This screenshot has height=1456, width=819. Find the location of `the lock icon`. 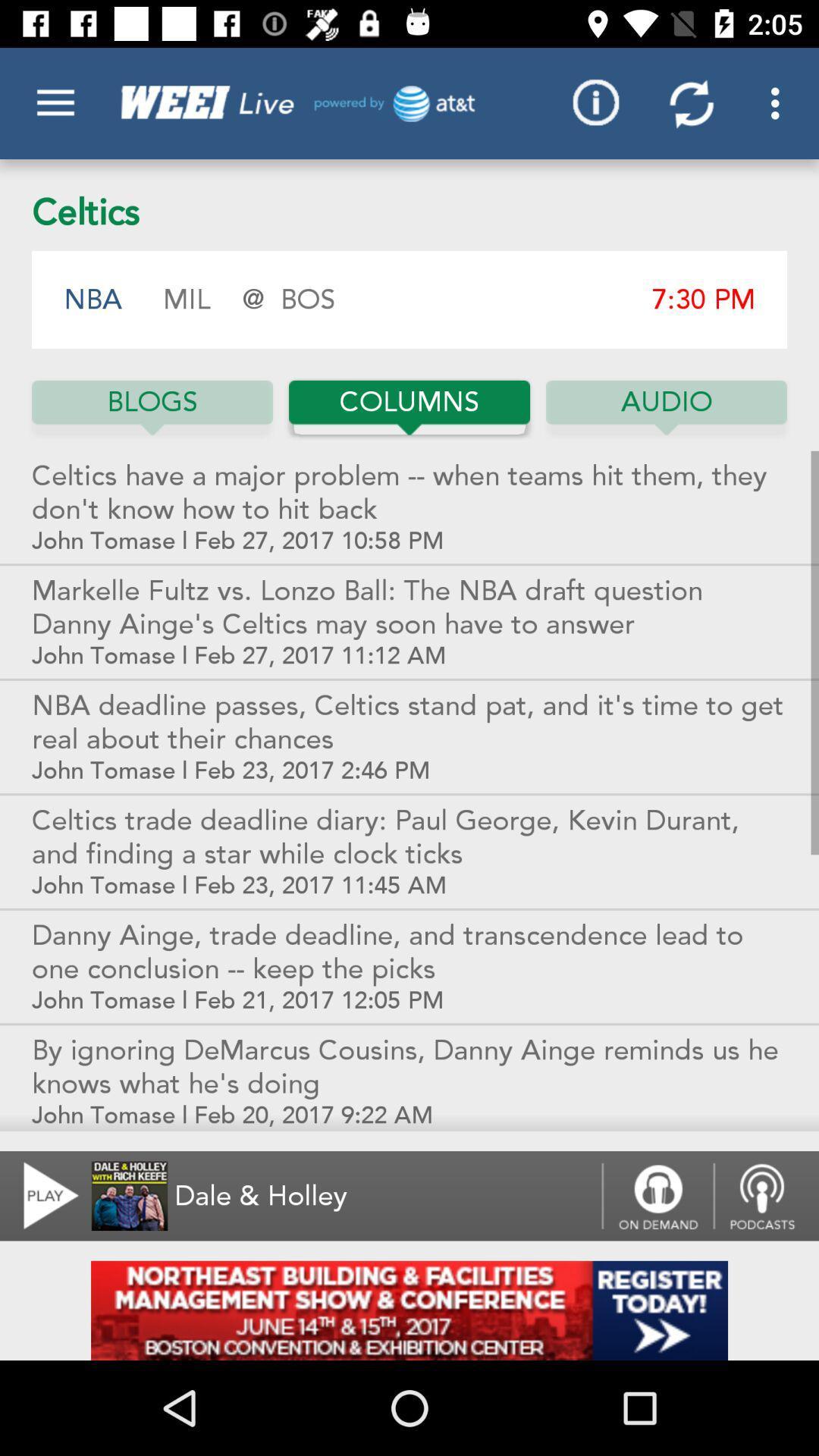

the lock icon is located at coordinates (657, 1195).